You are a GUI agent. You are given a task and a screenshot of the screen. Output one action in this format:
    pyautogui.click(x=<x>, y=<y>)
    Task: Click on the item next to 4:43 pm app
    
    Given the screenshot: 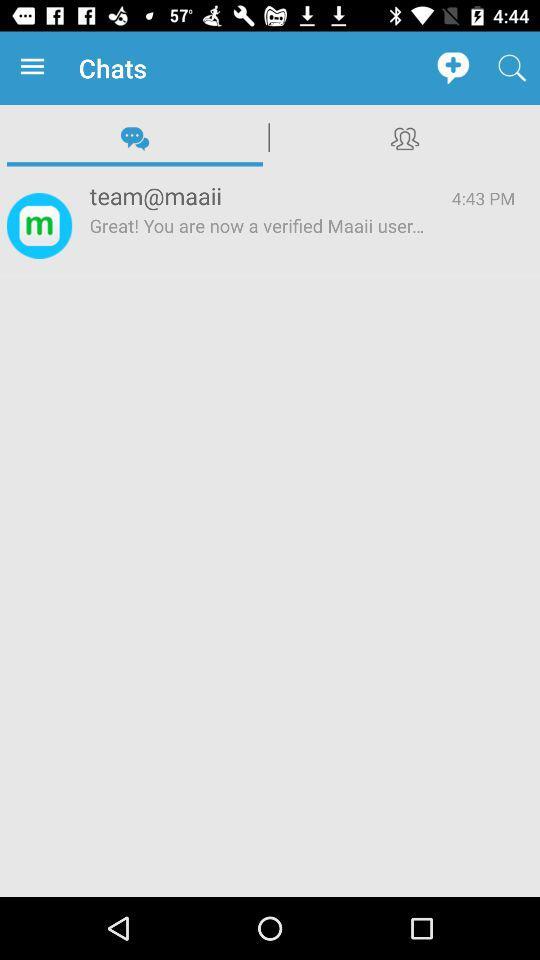 What is the action you would take?
    pyautogui.click(x=258, y=195)
    